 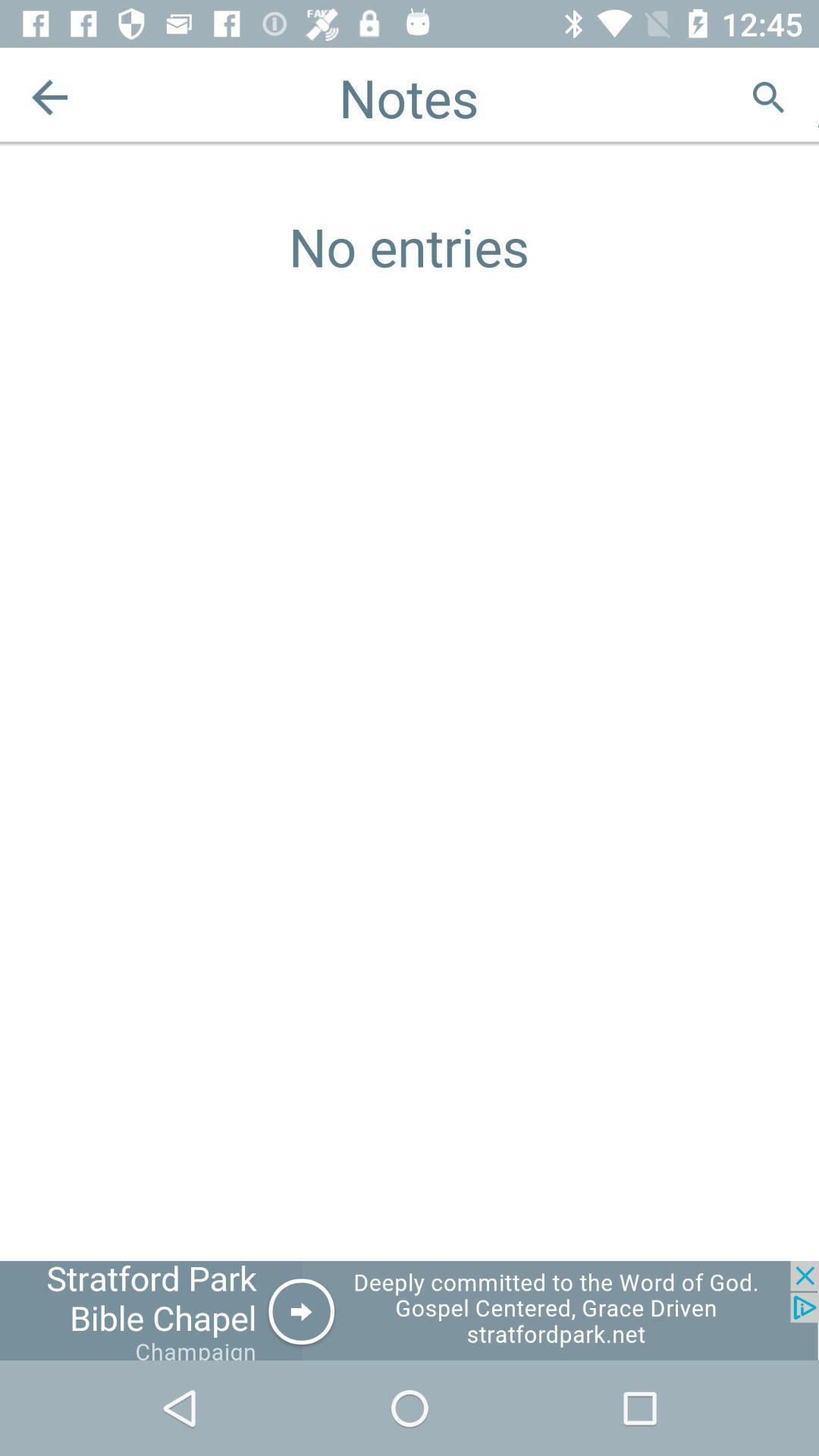 What do you see at coordinates (409, 1310) in the screenshot?
I see `click on advertisement` at bounding box center [409, 1310].